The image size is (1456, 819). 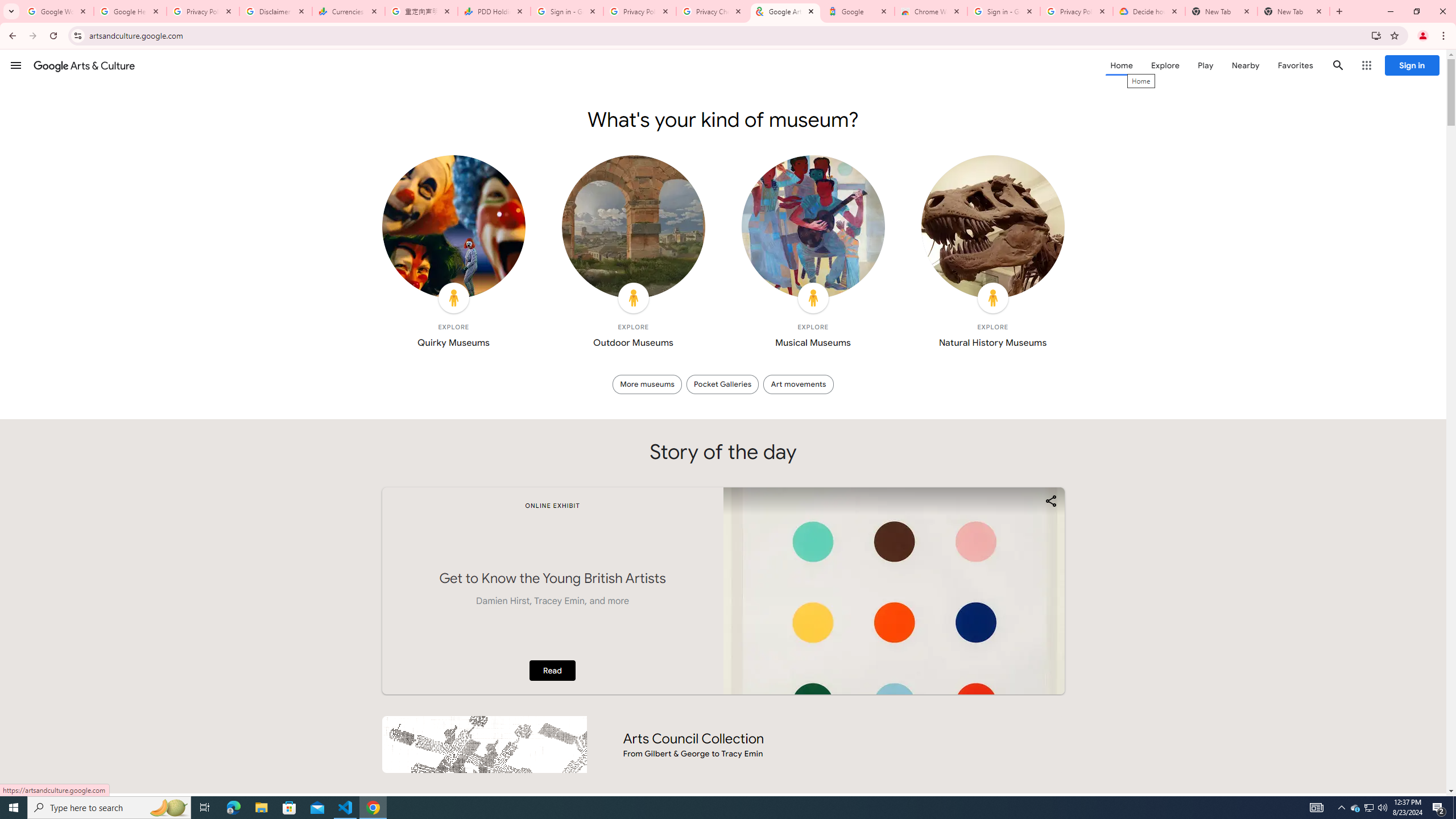 I want to click on 'Arts Council Collection From Gilbert & George to Tracy Emin', so click(x=723, y=743).